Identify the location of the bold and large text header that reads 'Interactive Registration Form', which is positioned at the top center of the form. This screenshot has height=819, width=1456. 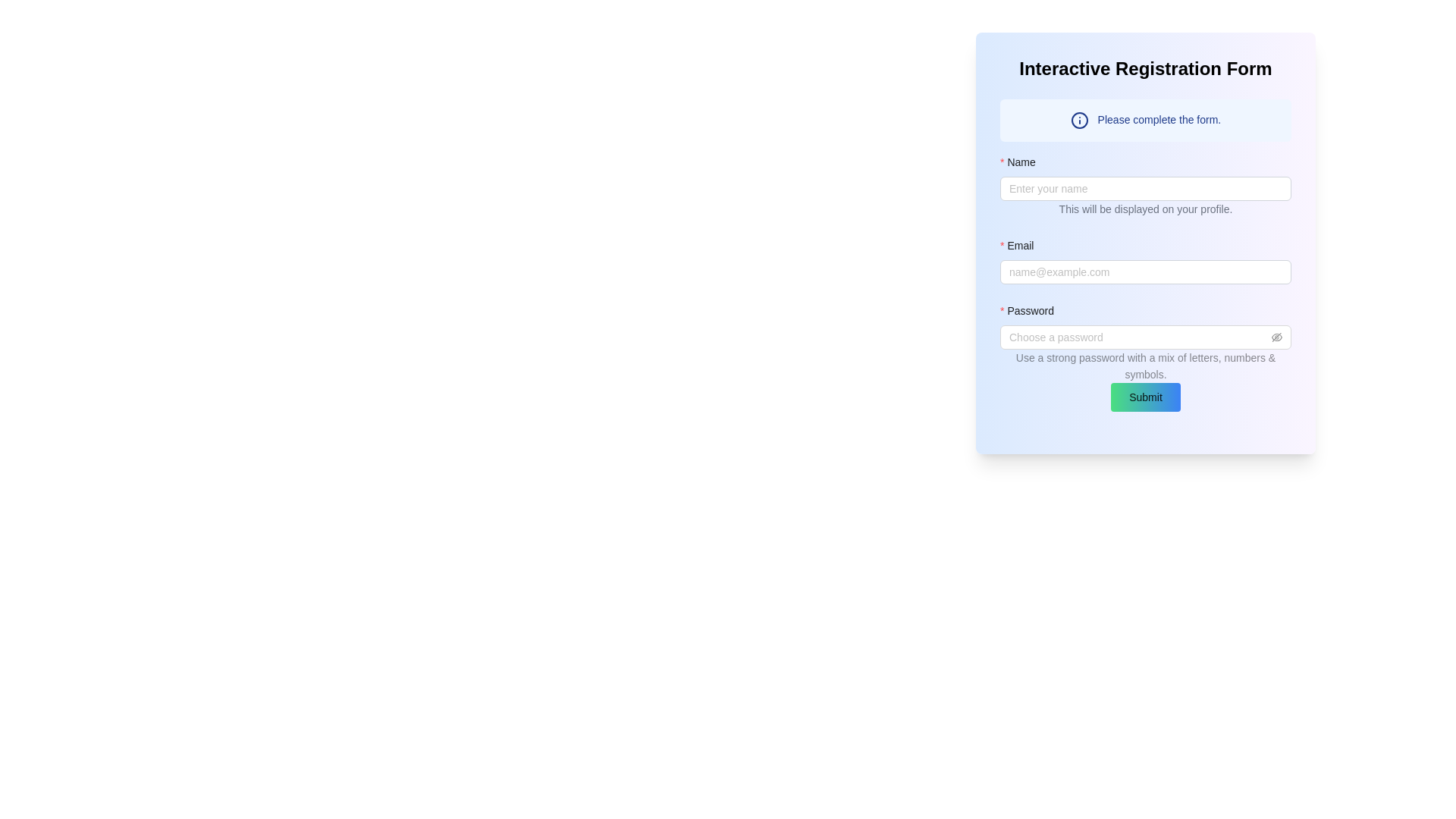
(1146, 69).